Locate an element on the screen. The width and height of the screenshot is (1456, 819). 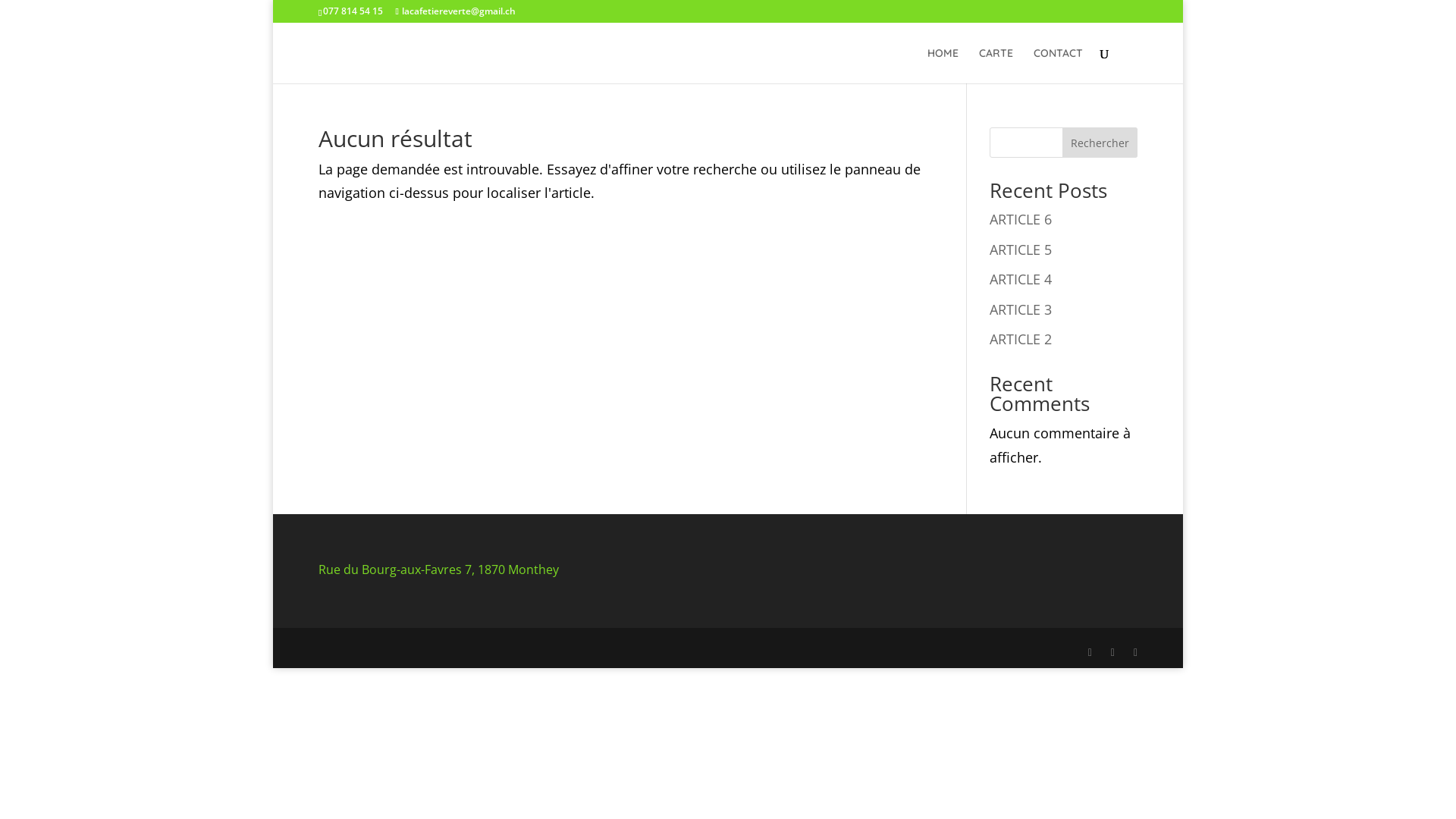
'CONTACT' is located at coordinates (1057, 64).